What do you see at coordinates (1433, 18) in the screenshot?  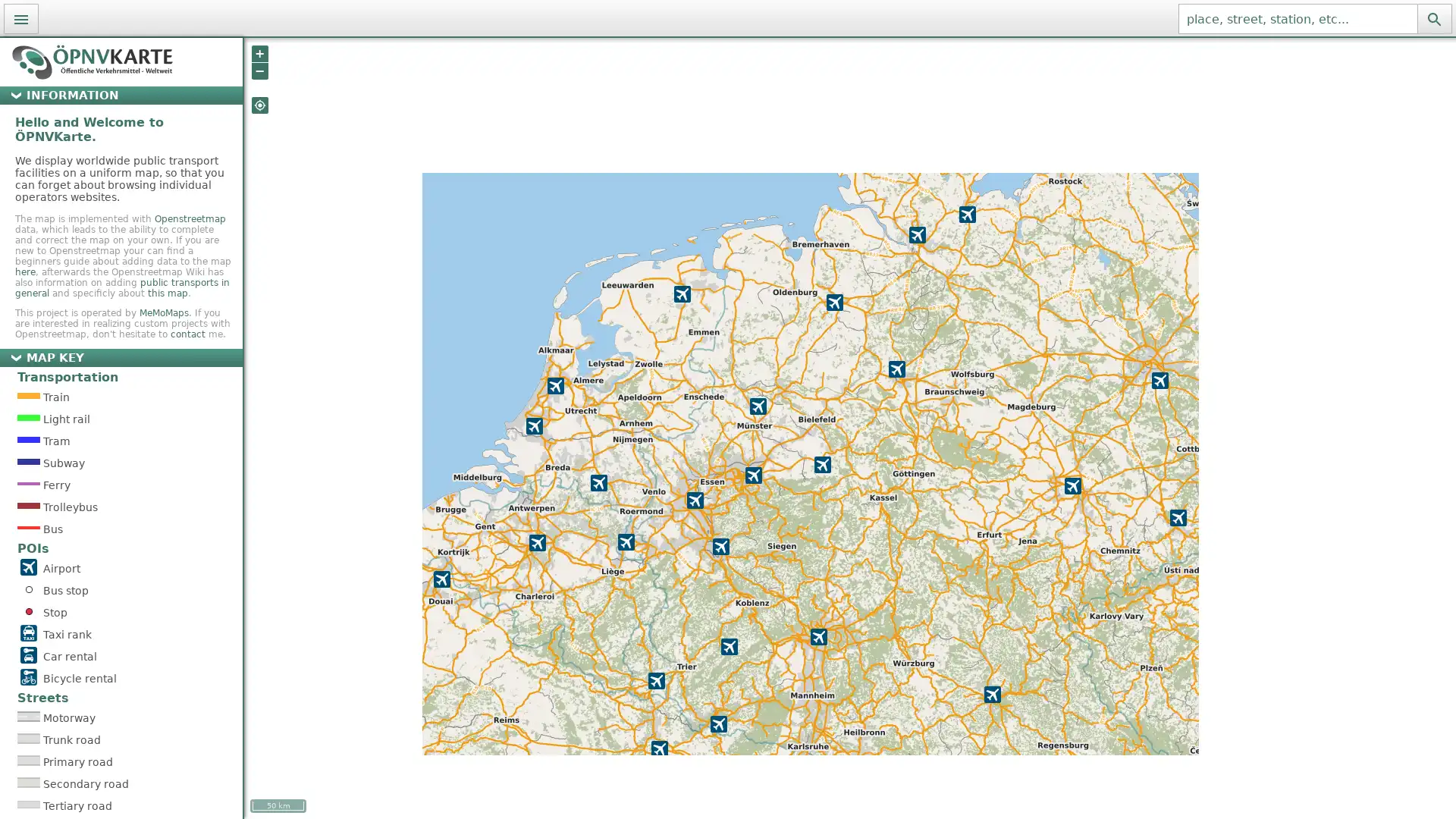 I see `Search` at bounding box center [1433, 18].